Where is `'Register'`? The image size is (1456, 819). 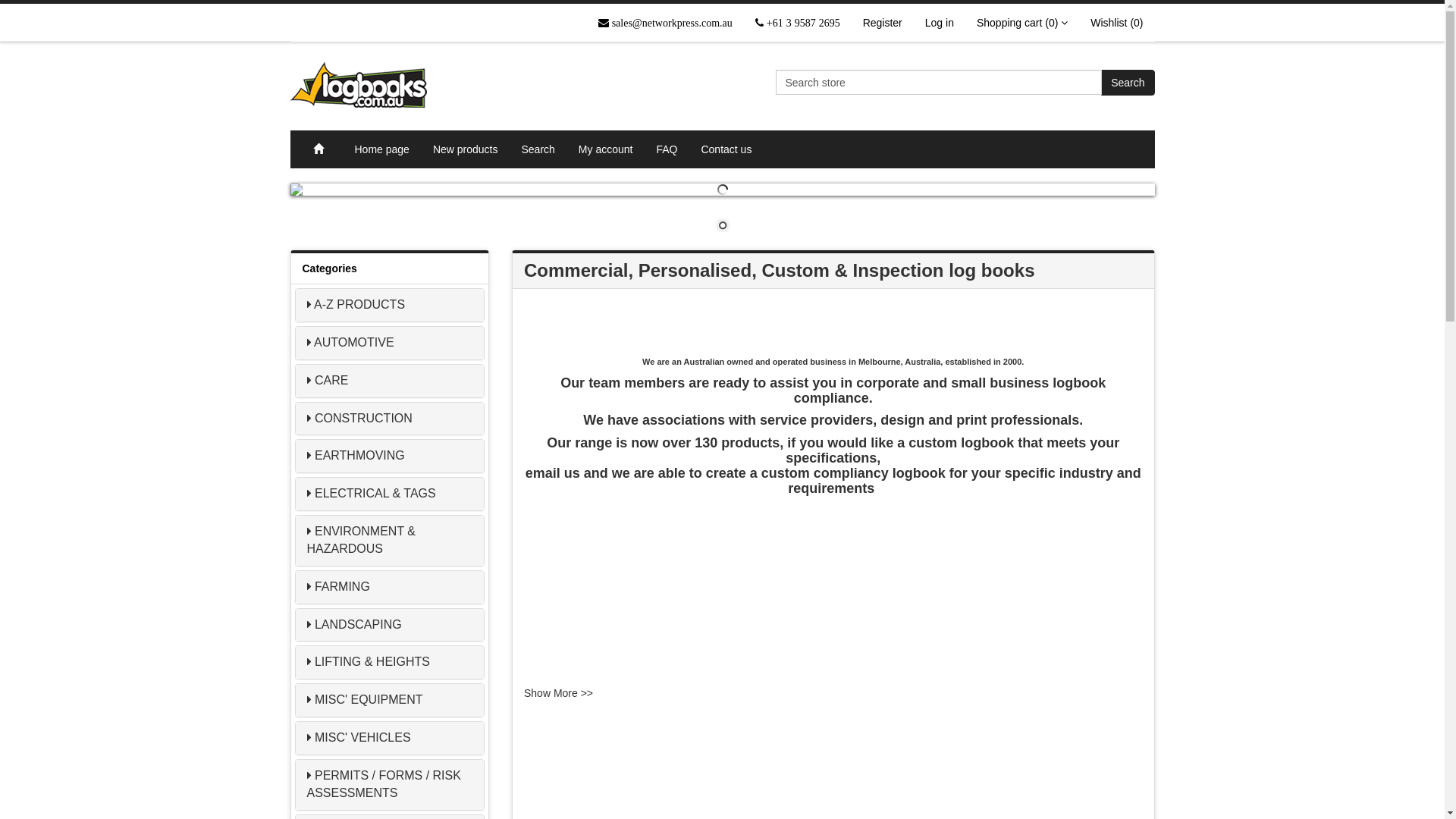 'Register' is located at coordinates (852, 23).